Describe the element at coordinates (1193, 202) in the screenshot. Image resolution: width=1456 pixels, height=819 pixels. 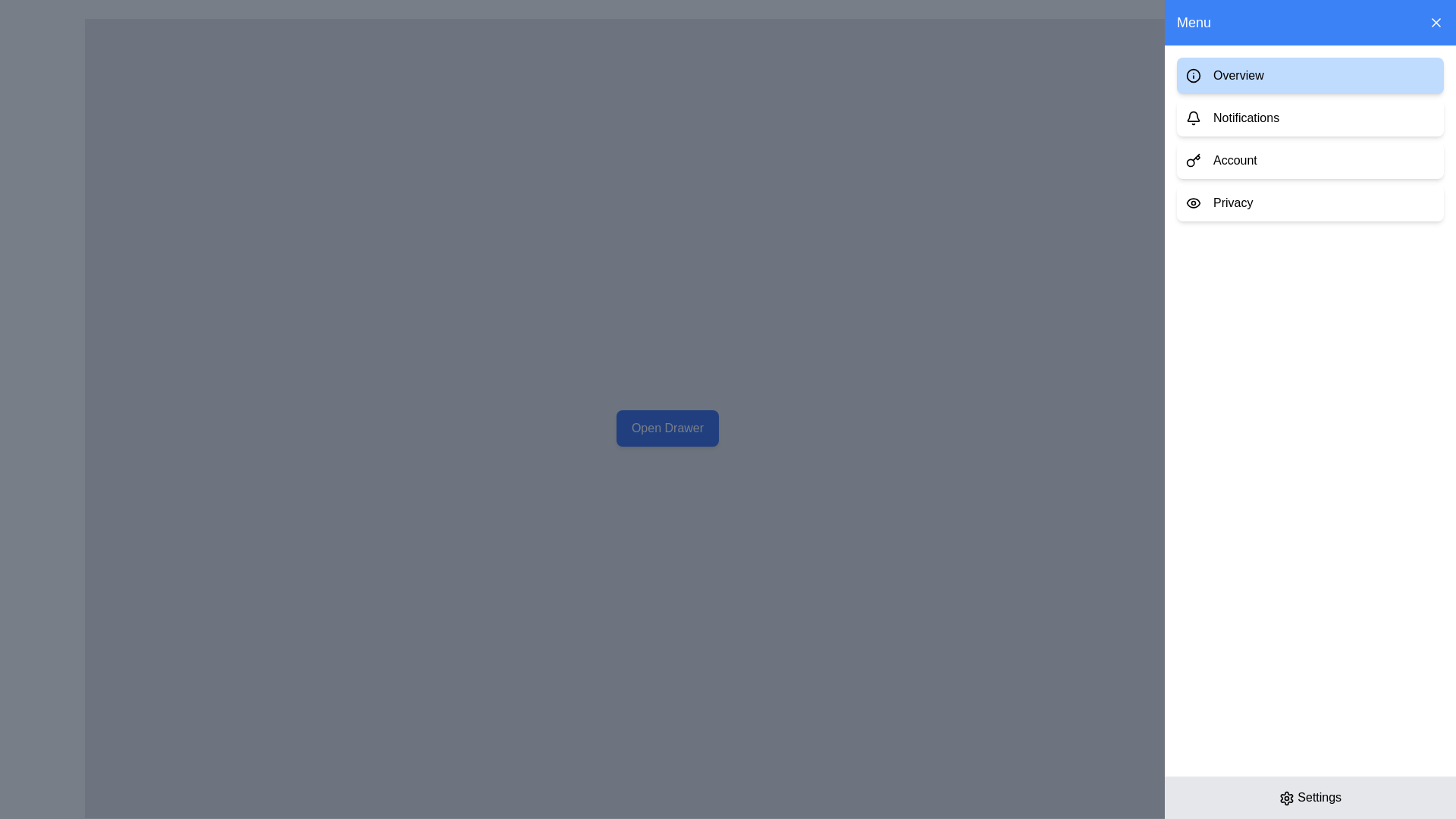
I see `the 'Privacy' option` at that location.